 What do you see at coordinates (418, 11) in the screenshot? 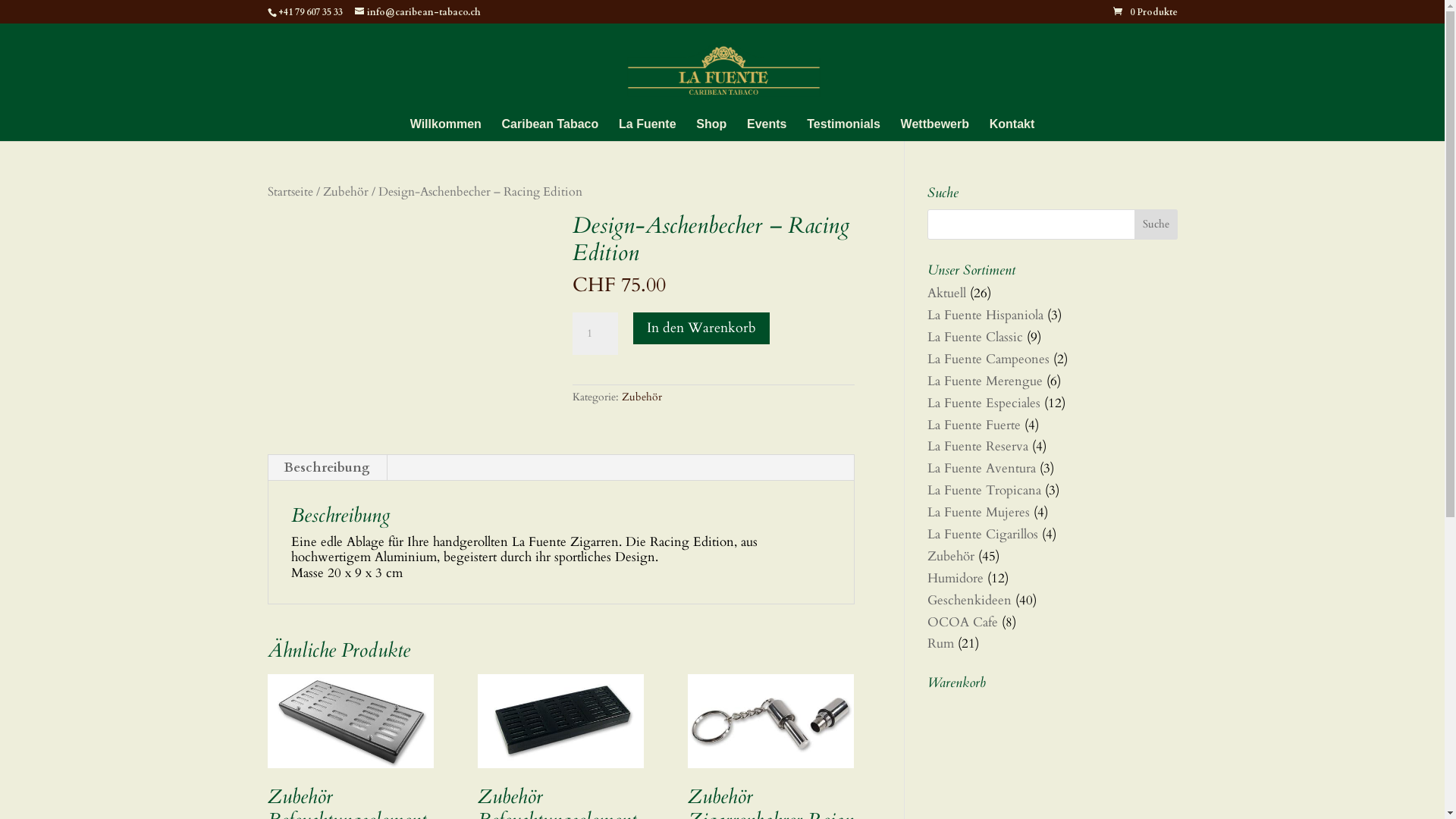
I see `'info@caribean-tabaco.ch'` at bounding box center [418, 11].